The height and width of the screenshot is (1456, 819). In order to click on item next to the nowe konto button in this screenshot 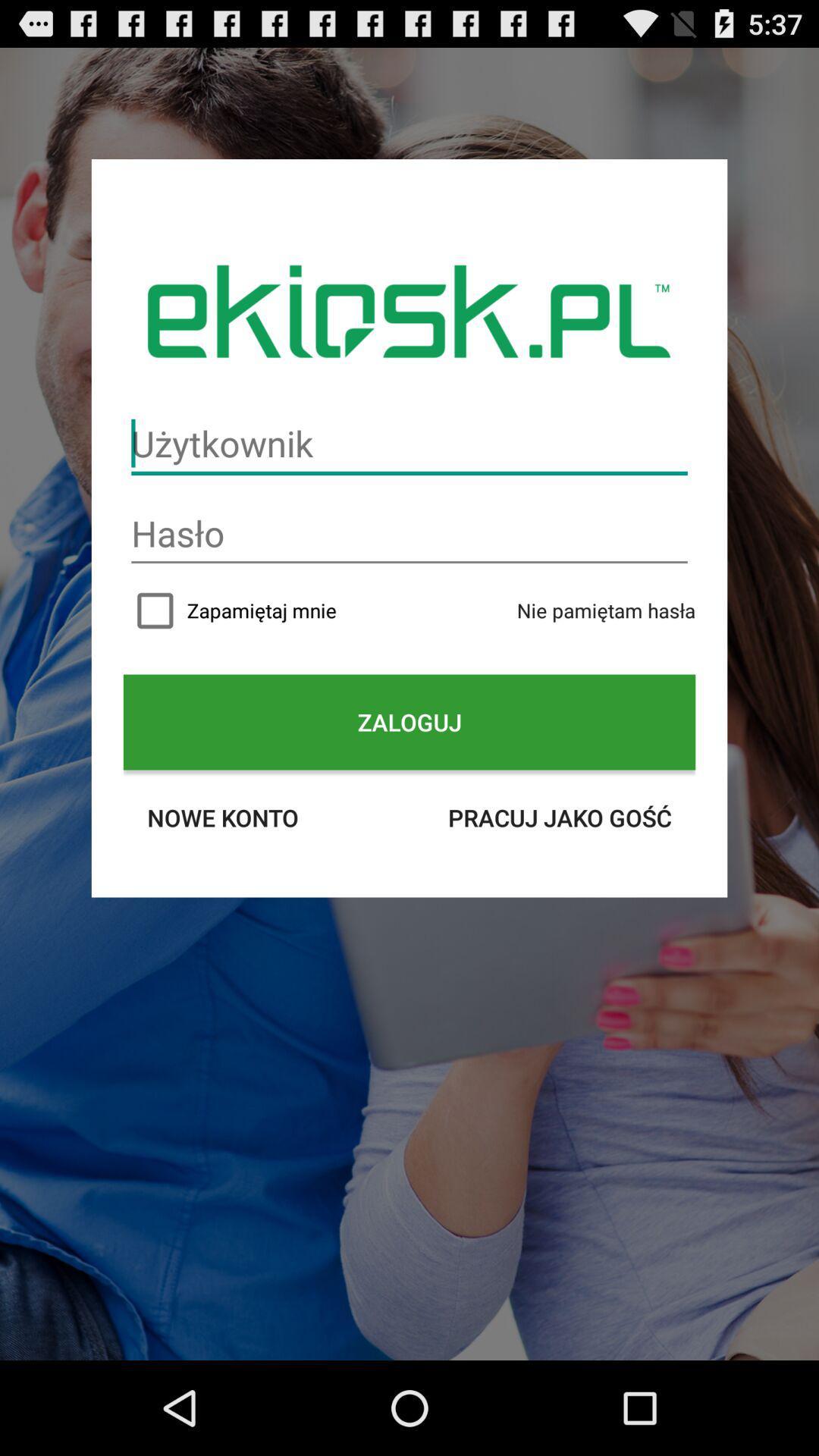, I will do `click(560, 817)`.